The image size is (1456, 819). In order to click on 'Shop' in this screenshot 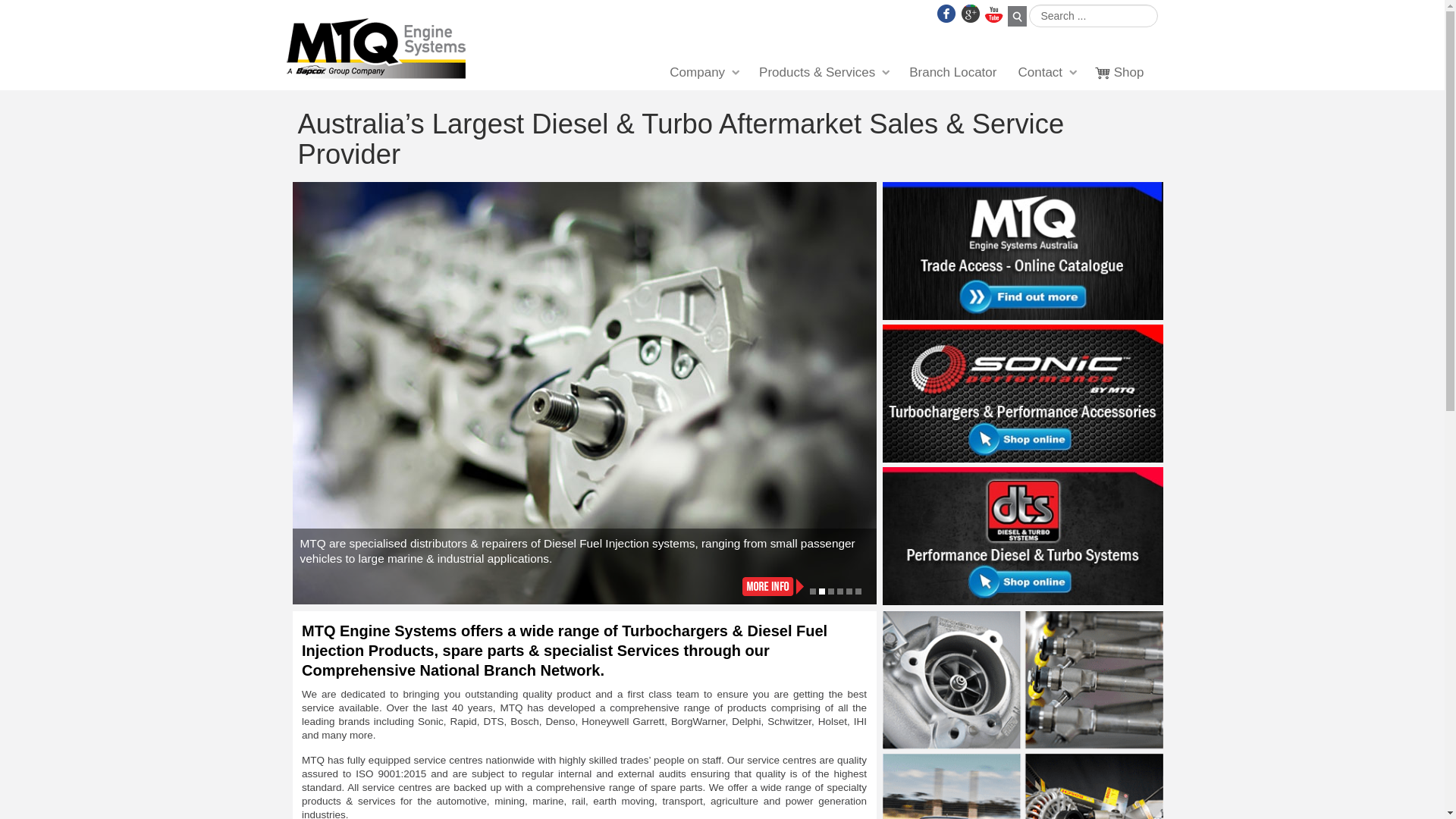, I will do `click(1120, 73)`.